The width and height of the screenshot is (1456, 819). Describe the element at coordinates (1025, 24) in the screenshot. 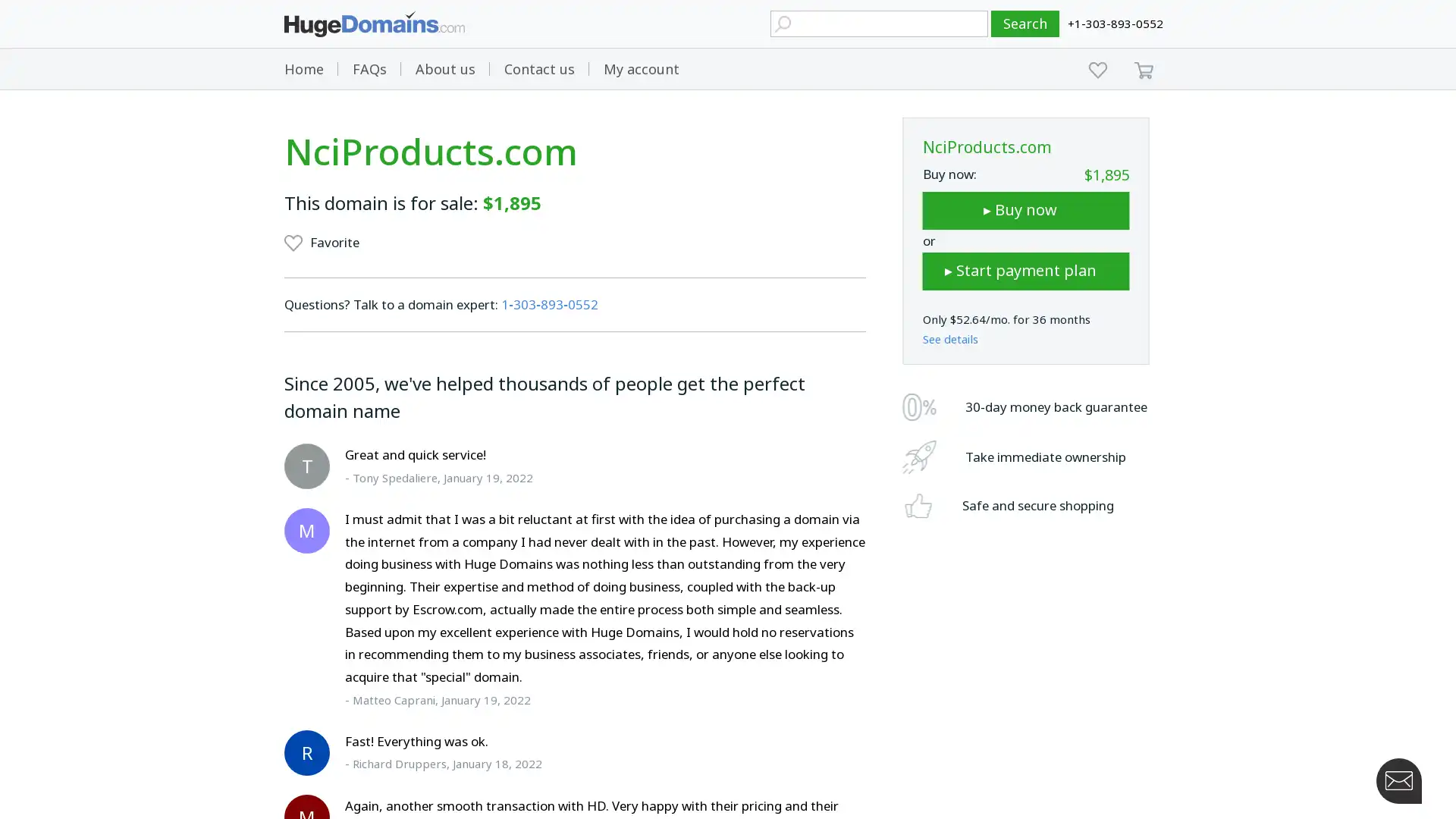

I see `Search` at that location.